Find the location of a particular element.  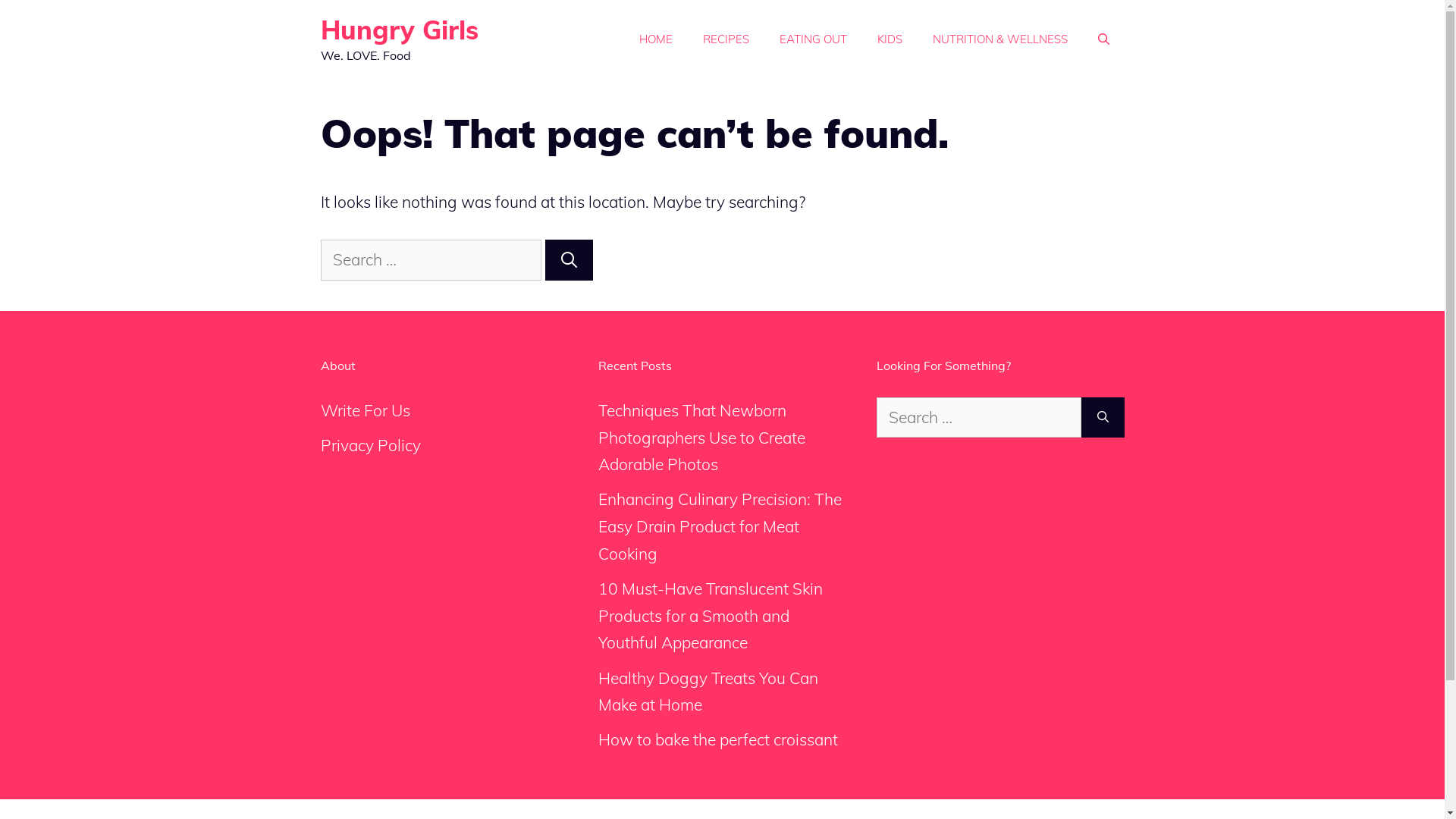

'NUTRITION & WELLNESS' is located at coordinates (1000, 38).